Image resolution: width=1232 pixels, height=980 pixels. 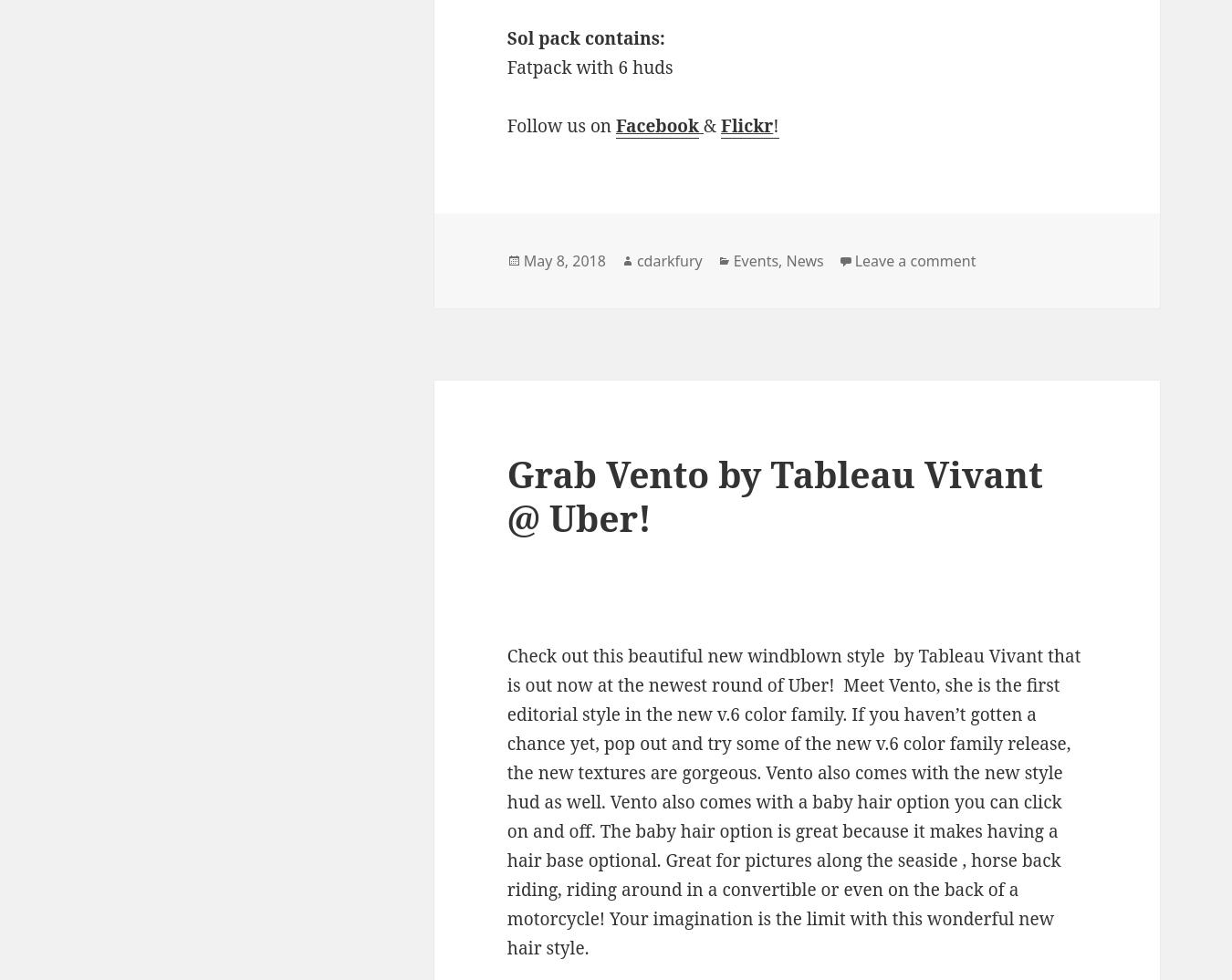 What do you see at coordinates (793, 800) in the screenshot?
I see `'Check out this beautiful new windblown style  by Tableau Vivant that is out now at the newest round of Uber!  Meet Vento, she is the first editorial style in the new v.6 color family. If you haven’t gotten a chance yet, pop out and try some of the new v.6 color family release, the new textures are gorgeous. Vento also comes with the new style hud as well. Vento also comes with a baby hair option you can click on and off. The baby hair option is great because it makes having a hair base optional. Great for pictures along the seaside , horse back riding, riding around in a convertible or even on the back of a motorcycle! Your imagination is the limit with this wonderful new hair style.'` at bounding box center [793, 800].